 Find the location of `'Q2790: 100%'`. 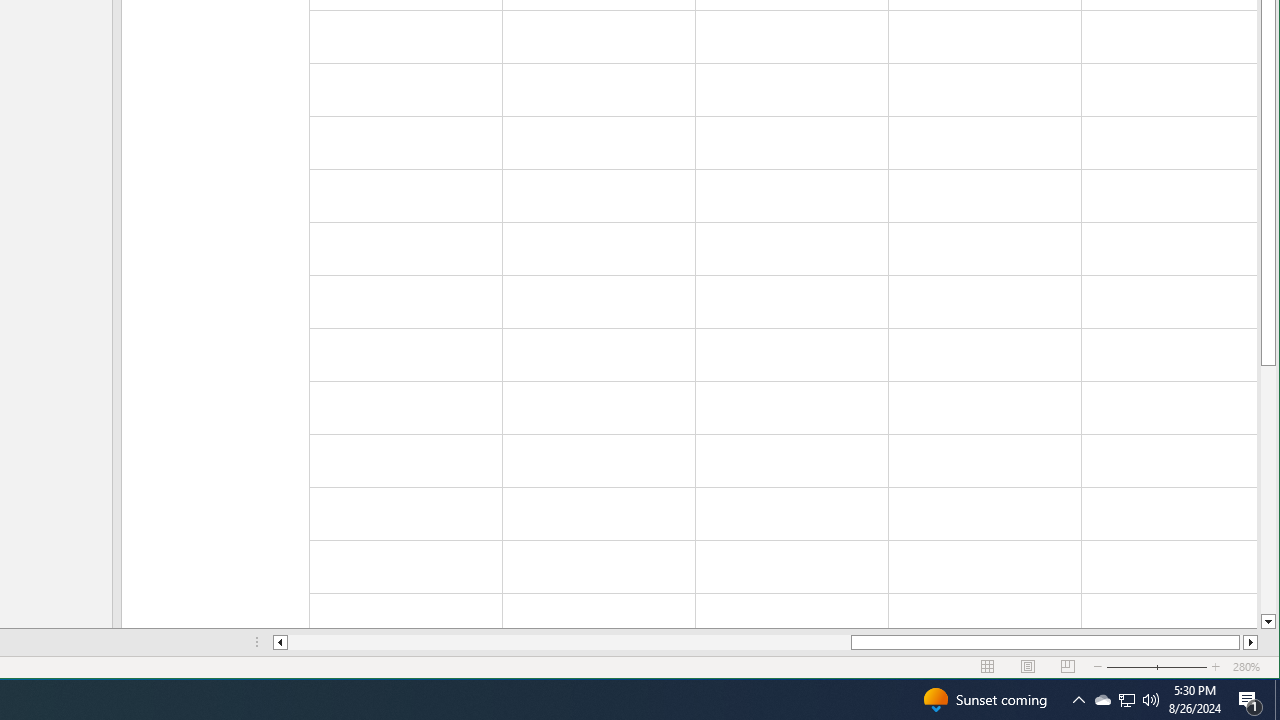

'Q2790: 100%' is located at coordinates (1127, 698).